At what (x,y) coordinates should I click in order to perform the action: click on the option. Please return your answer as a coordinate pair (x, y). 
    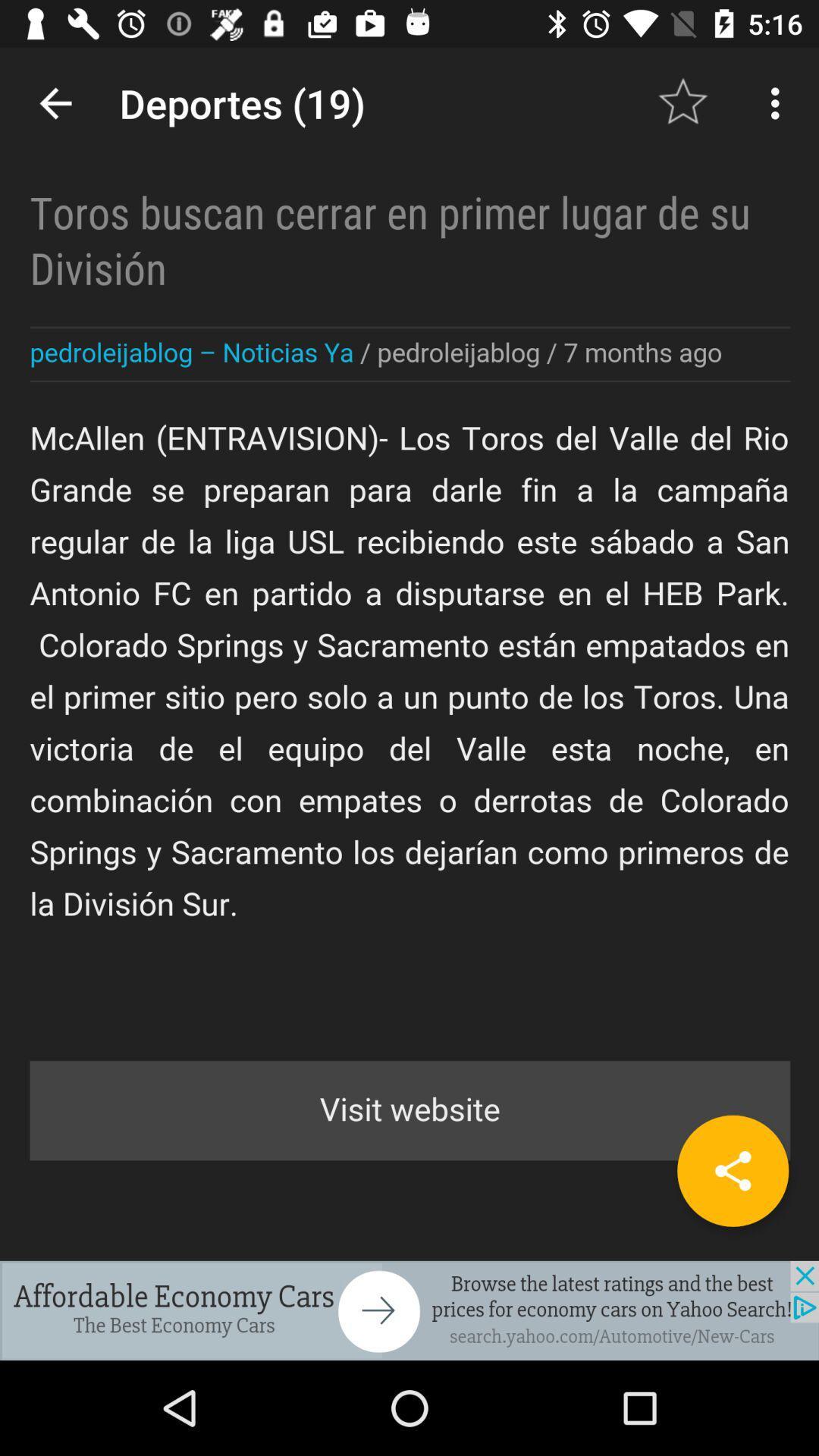
    Looking at the image, I should click on (409, 1310).